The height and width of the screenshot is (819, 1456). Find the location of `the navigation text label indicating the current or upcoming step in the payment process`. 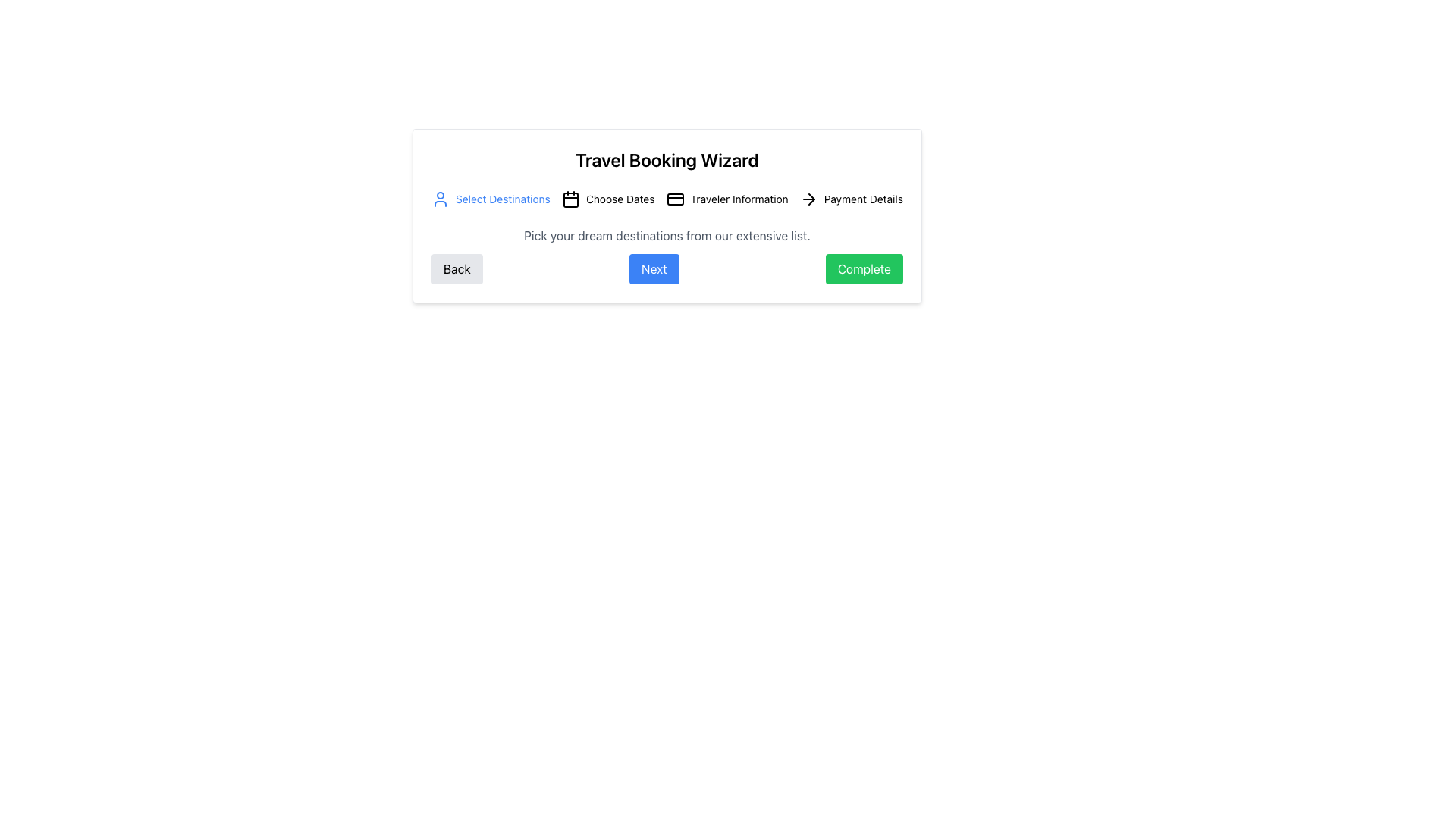

the navigation text label indicating the current or upcoming step in the payment process is located at coordinates (862, 198).